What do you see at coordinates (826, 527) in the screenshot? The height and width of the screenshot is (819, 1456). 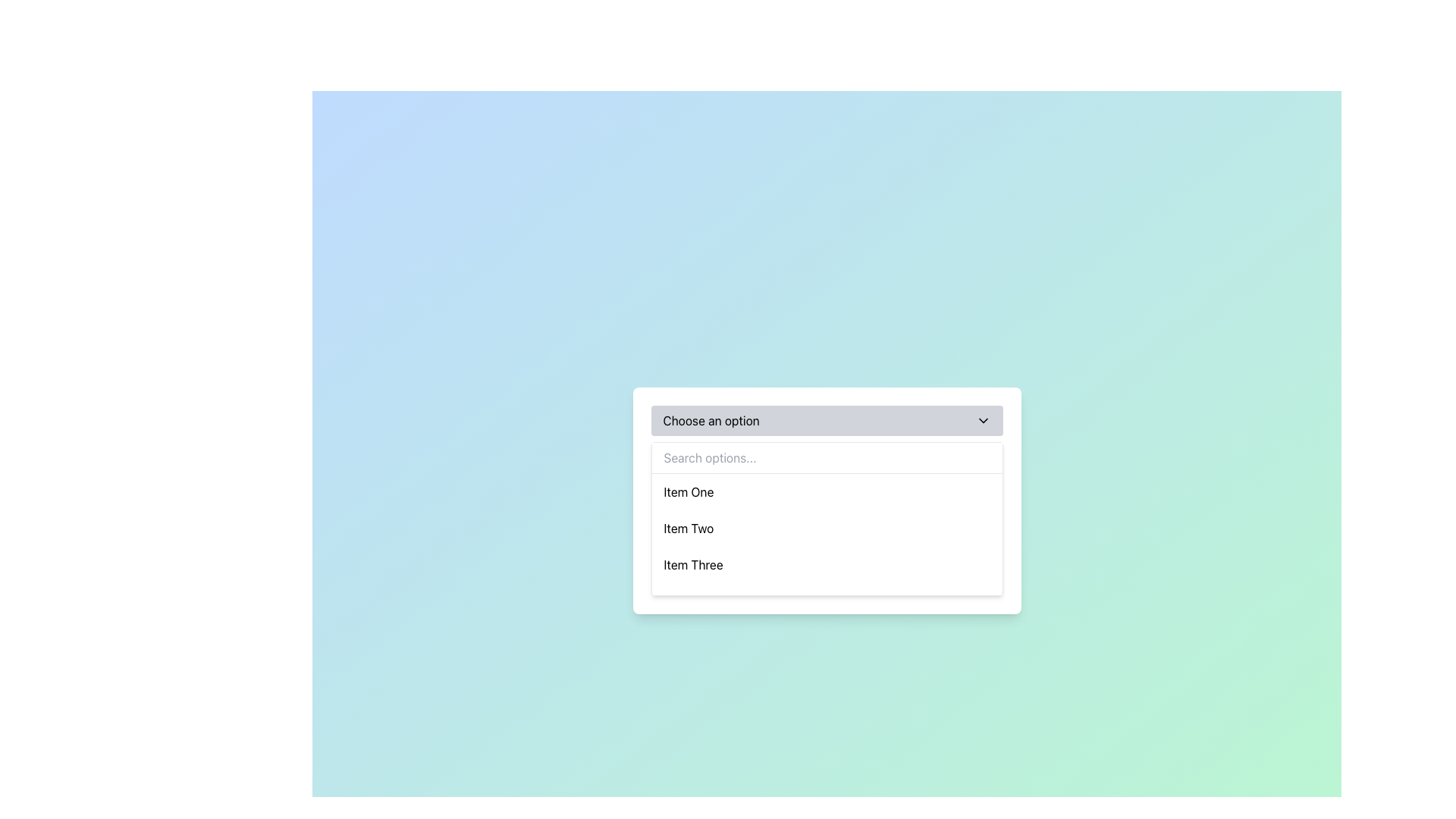 I see `to select the dropdown menu item labeled 'Item Two', which is the second item in the list beneath 'Item One' and above 'Item Three'` at bounding box center [826, 527].